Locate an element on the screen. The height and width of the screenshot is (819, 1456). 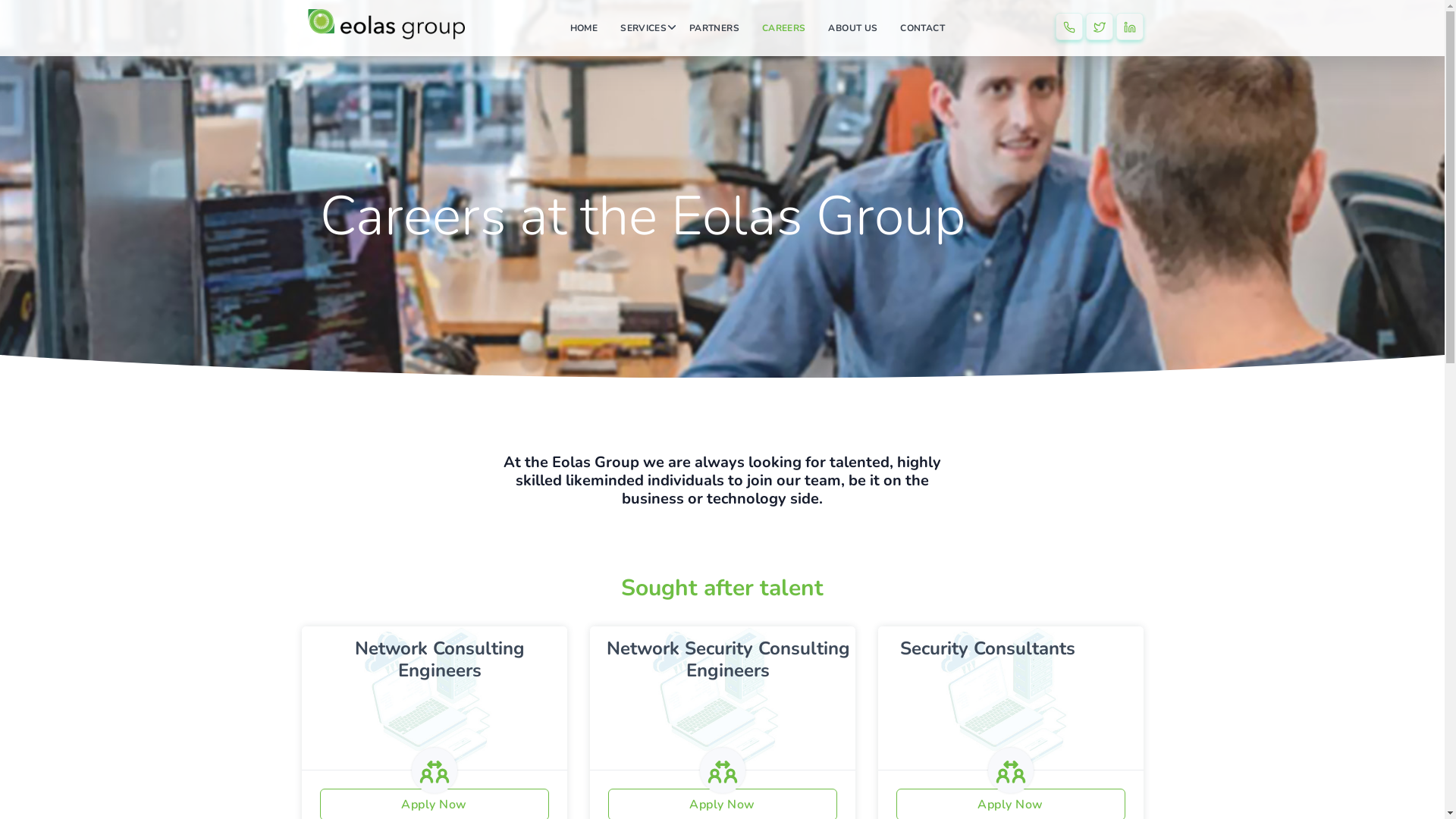
'  Security Consultants  ' is located at coordinates (888, 648).